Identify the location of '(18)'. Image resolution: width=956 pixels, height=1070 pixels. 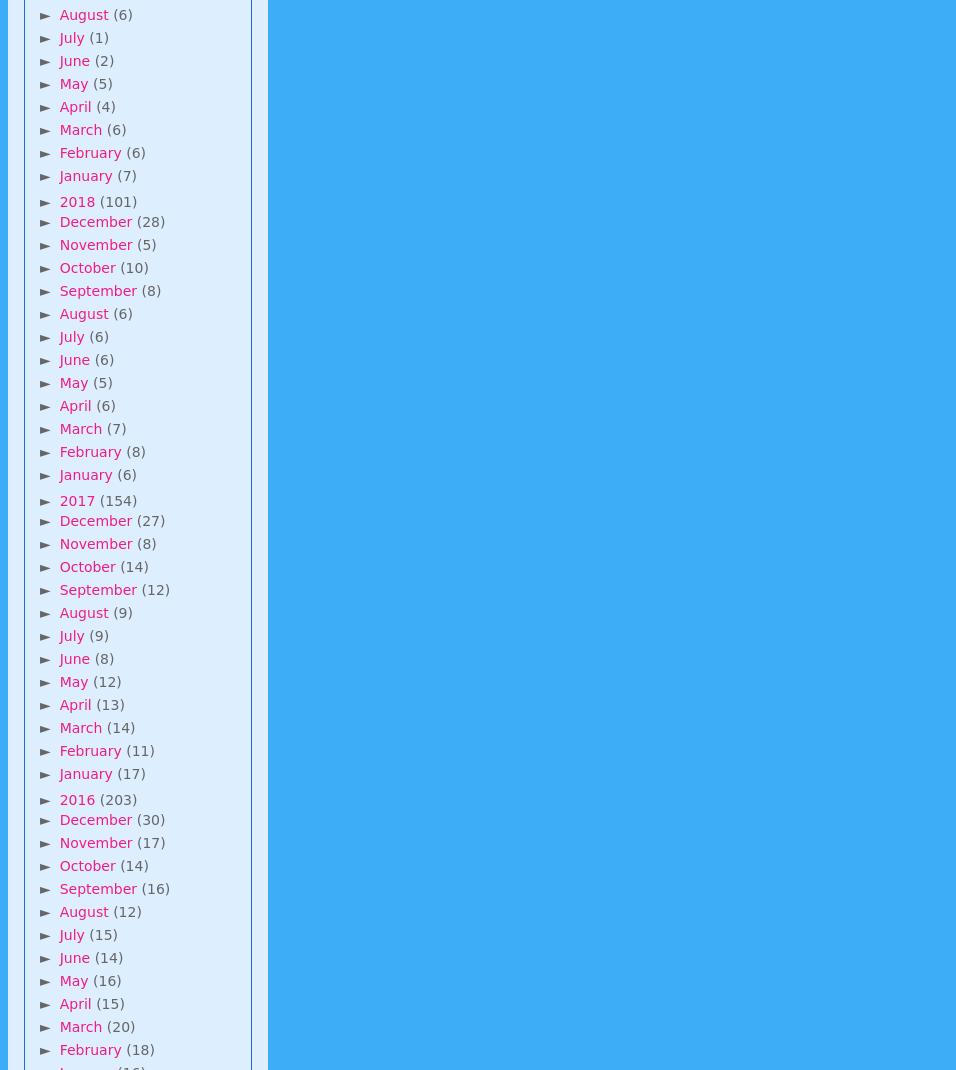
(139, 1049).